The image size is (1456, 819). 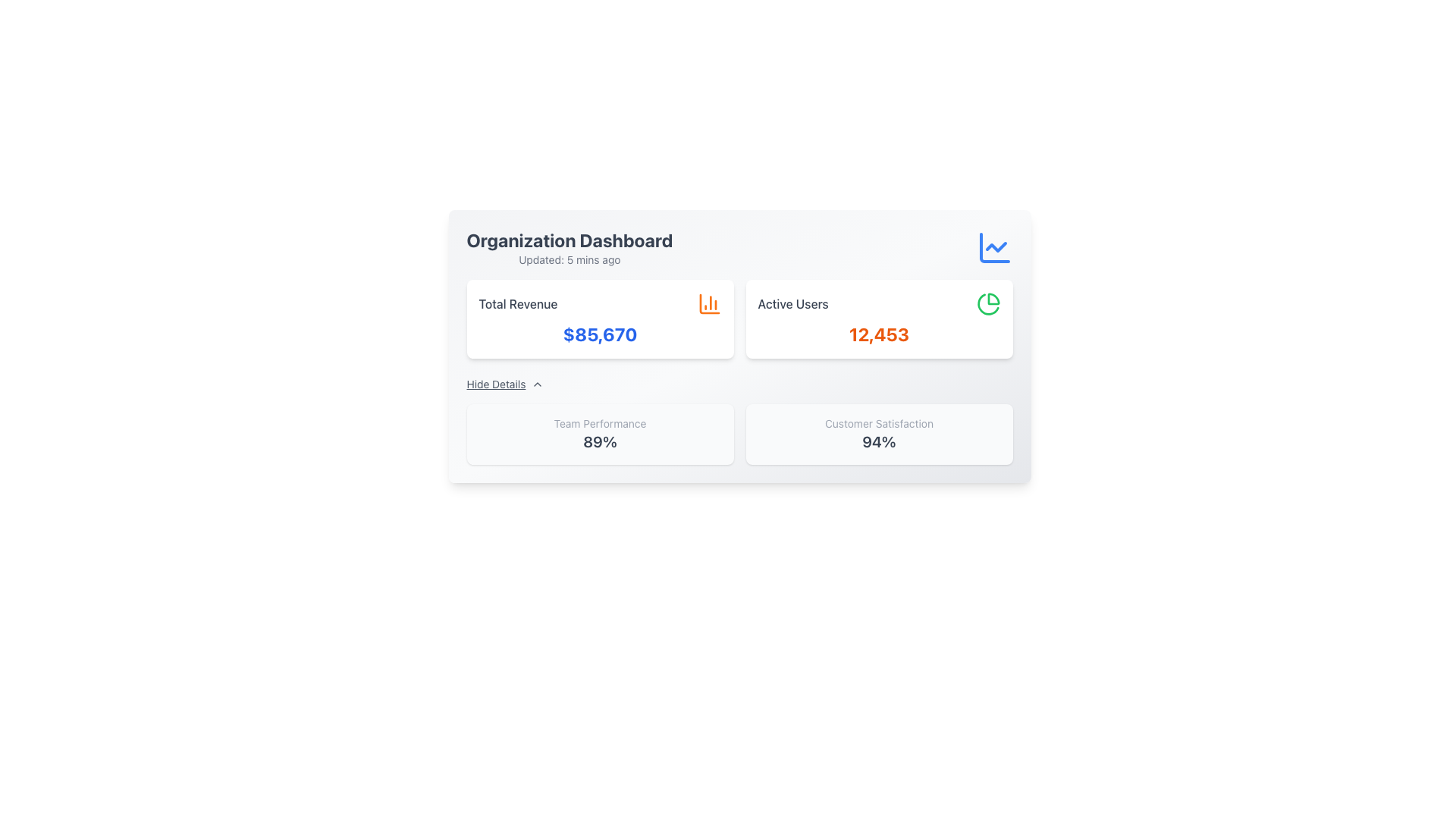 What do you see at coordinates (505, 383) in the screenshot?
I see `the Interactive Link with Icon located just below the main metrics section in the Organization Dashboard` at bounding box center [505, 383].